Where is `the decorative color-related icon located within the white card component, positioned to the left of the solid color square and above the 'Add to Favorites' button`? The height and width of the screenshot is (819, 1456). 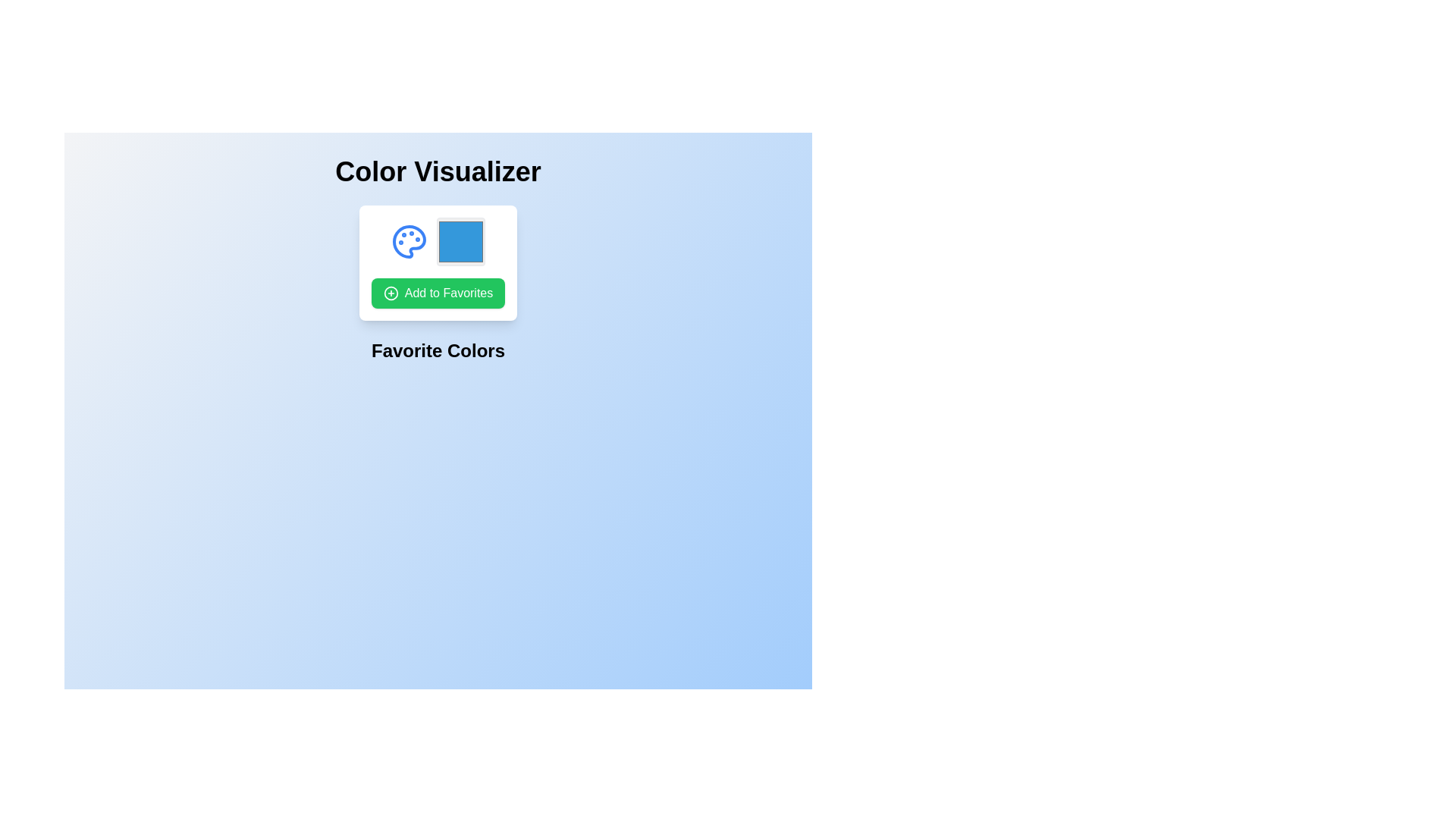 the decorative color-related icon located within the white card component, positioned to the left of the solid color square and above the 'Add to Favorites' button is located at coordinates (409, 241).